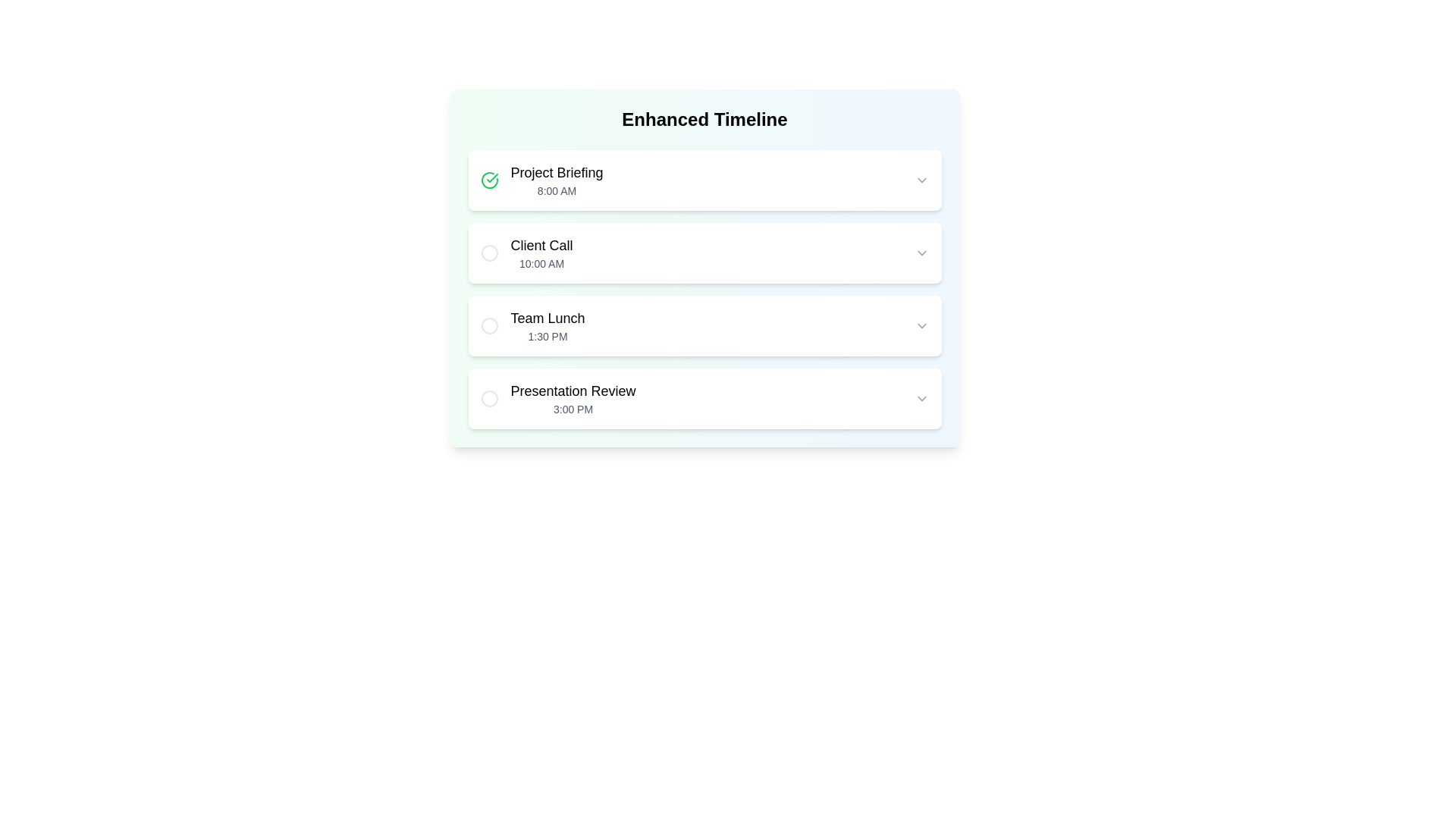  I want to click on the 'Presentation Review' text element, which is the fourth item in a vertical list, featuring a bold title and a smaller gray time indication, so click(573, 397).